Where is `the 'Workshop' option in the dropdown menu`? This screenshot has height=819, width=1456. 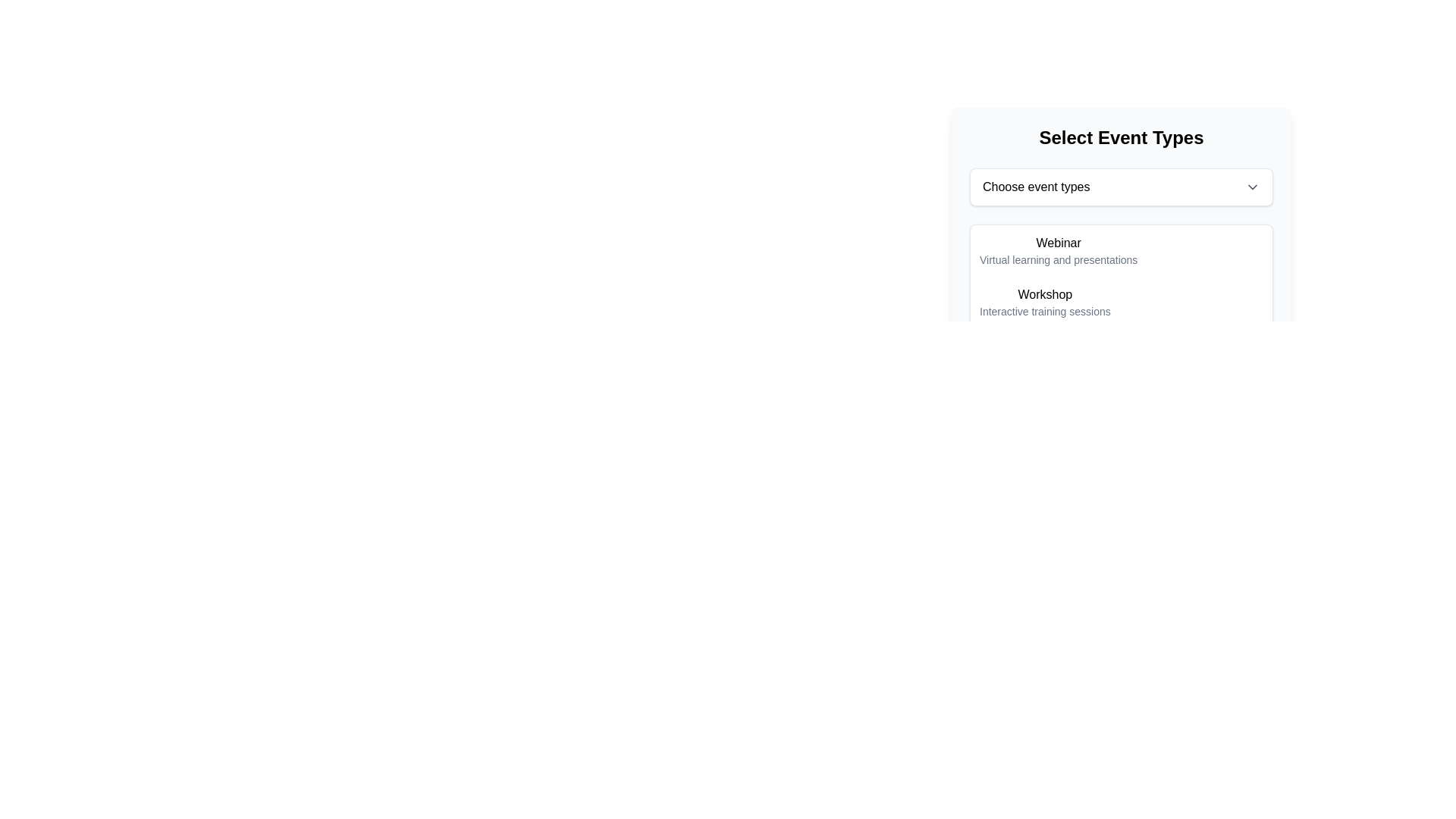 the 'Workshop' option in the dropdown menu is located at coordinates (1121, 288).